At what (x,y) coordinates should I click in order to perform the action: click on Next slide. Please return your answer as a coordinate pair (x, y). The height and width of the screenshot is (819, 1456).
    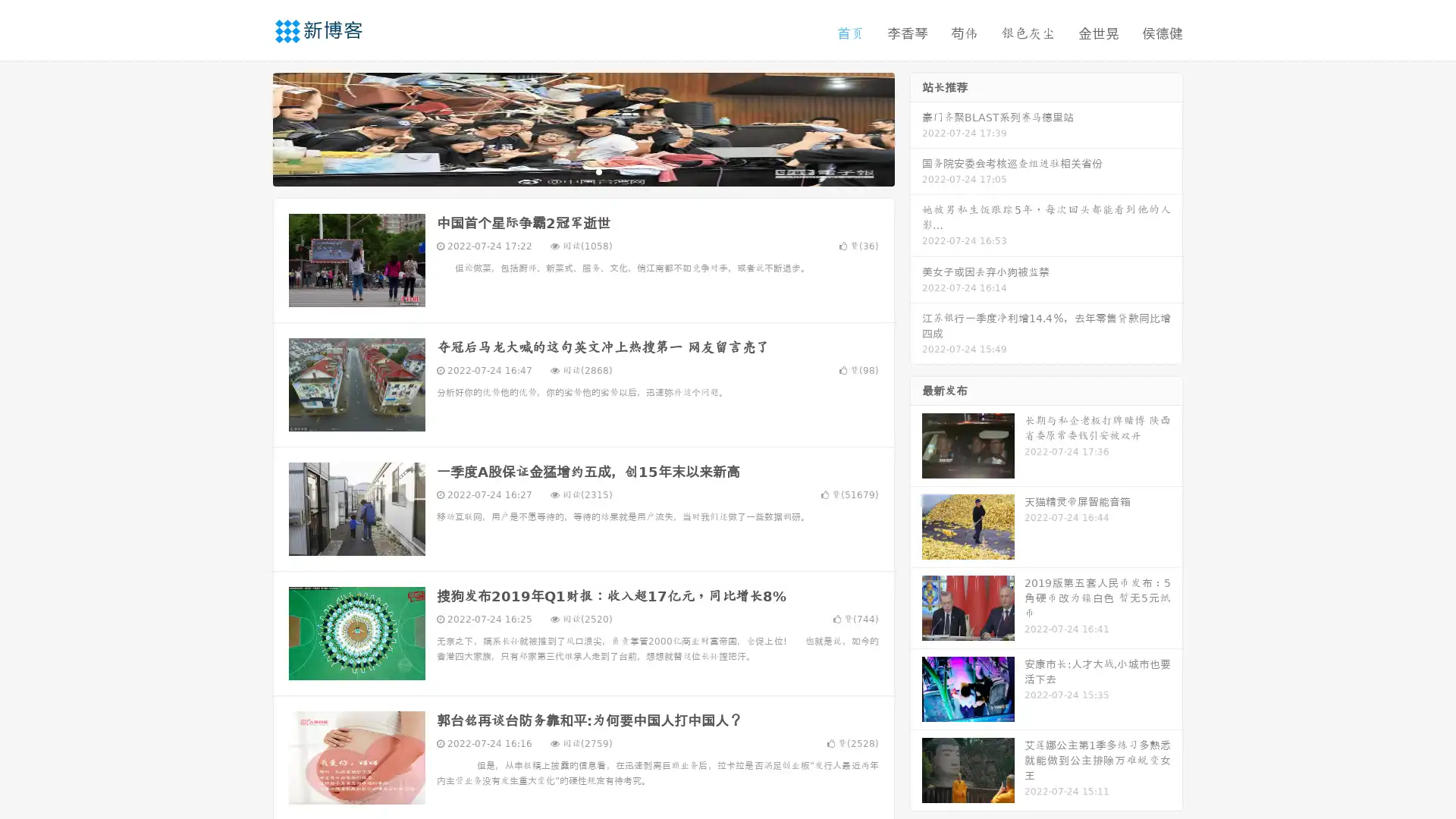
    Looking at the image, I should click on (916, 127).